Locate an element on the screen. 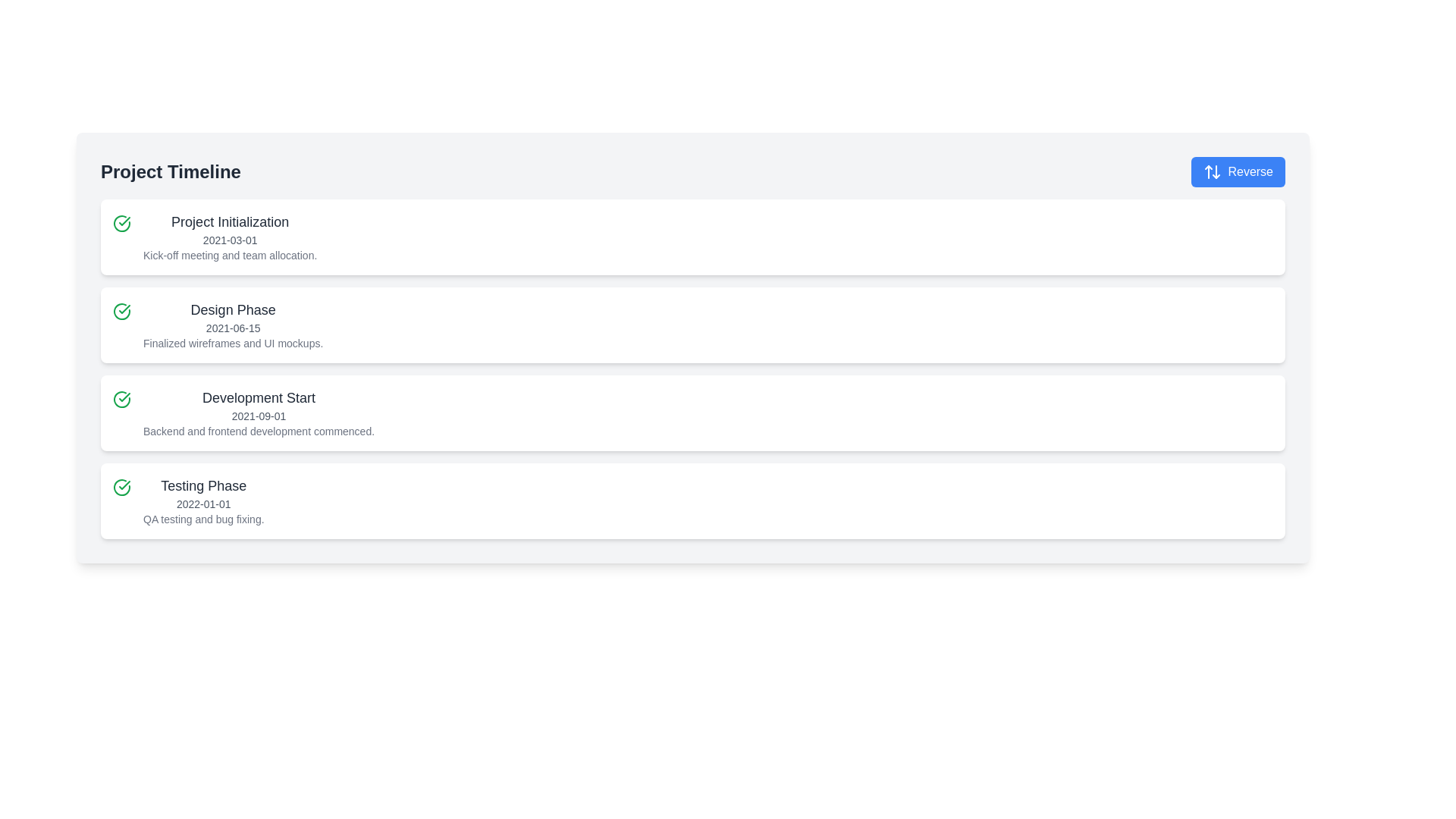 This screenshot has width=1456, height=819. the green check-mark icon within the circular frame in the third list item of the project timeline is located at coordinates (124, 485).